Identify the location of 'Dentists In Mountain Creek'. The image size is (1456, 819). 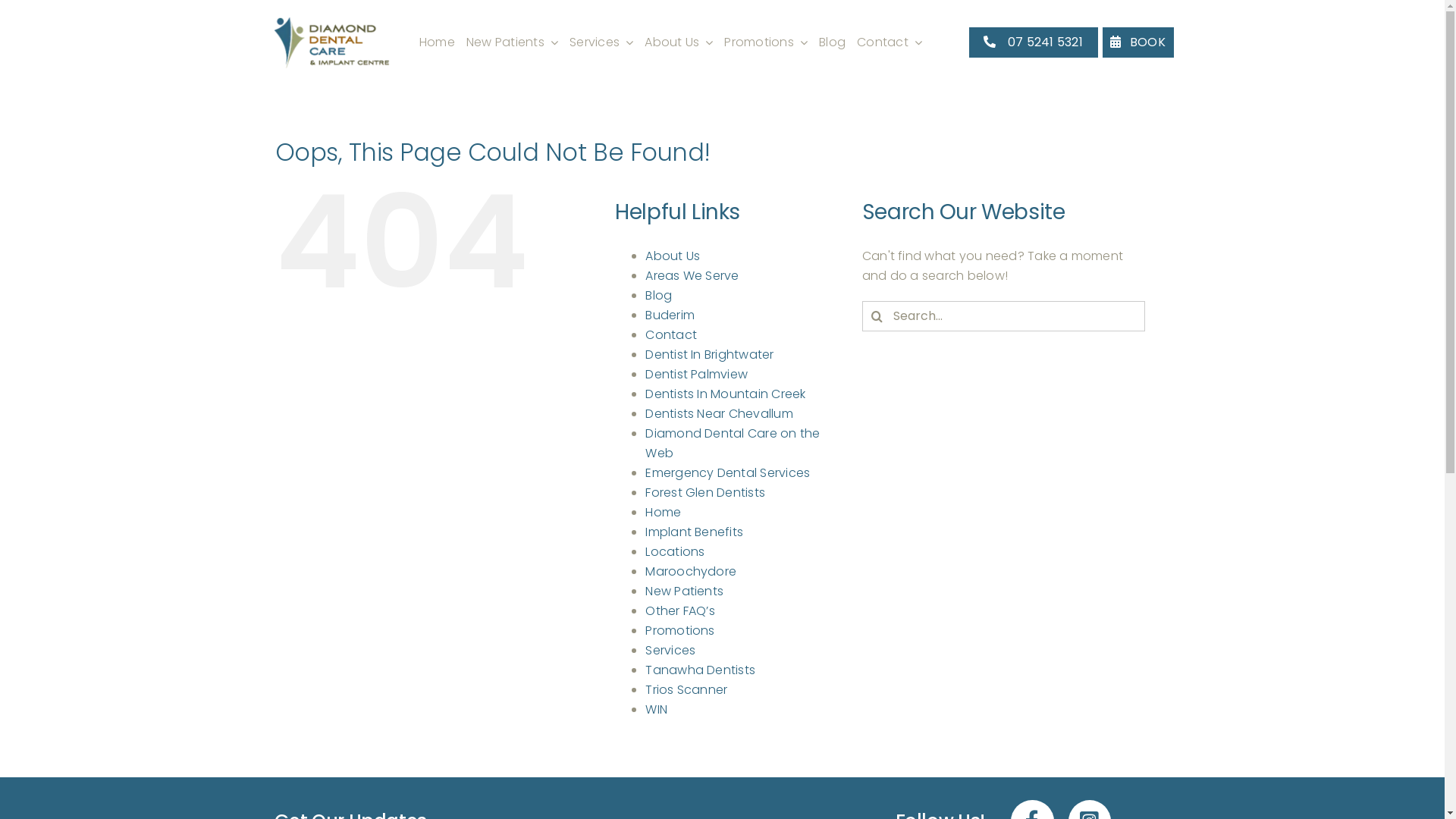
(724, 393).